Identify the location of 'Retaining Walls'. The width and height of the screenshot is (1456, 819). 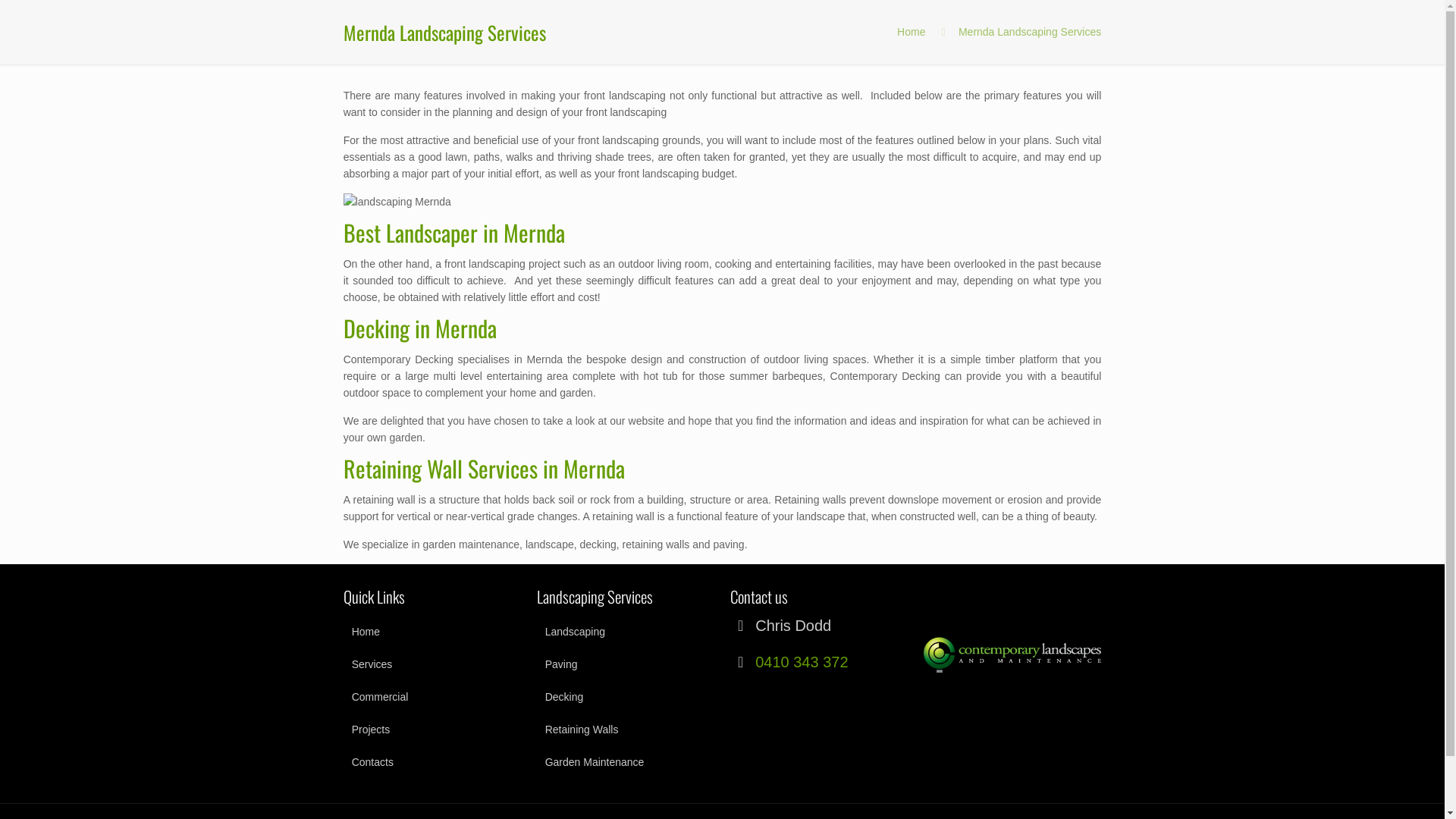
(537, 728).